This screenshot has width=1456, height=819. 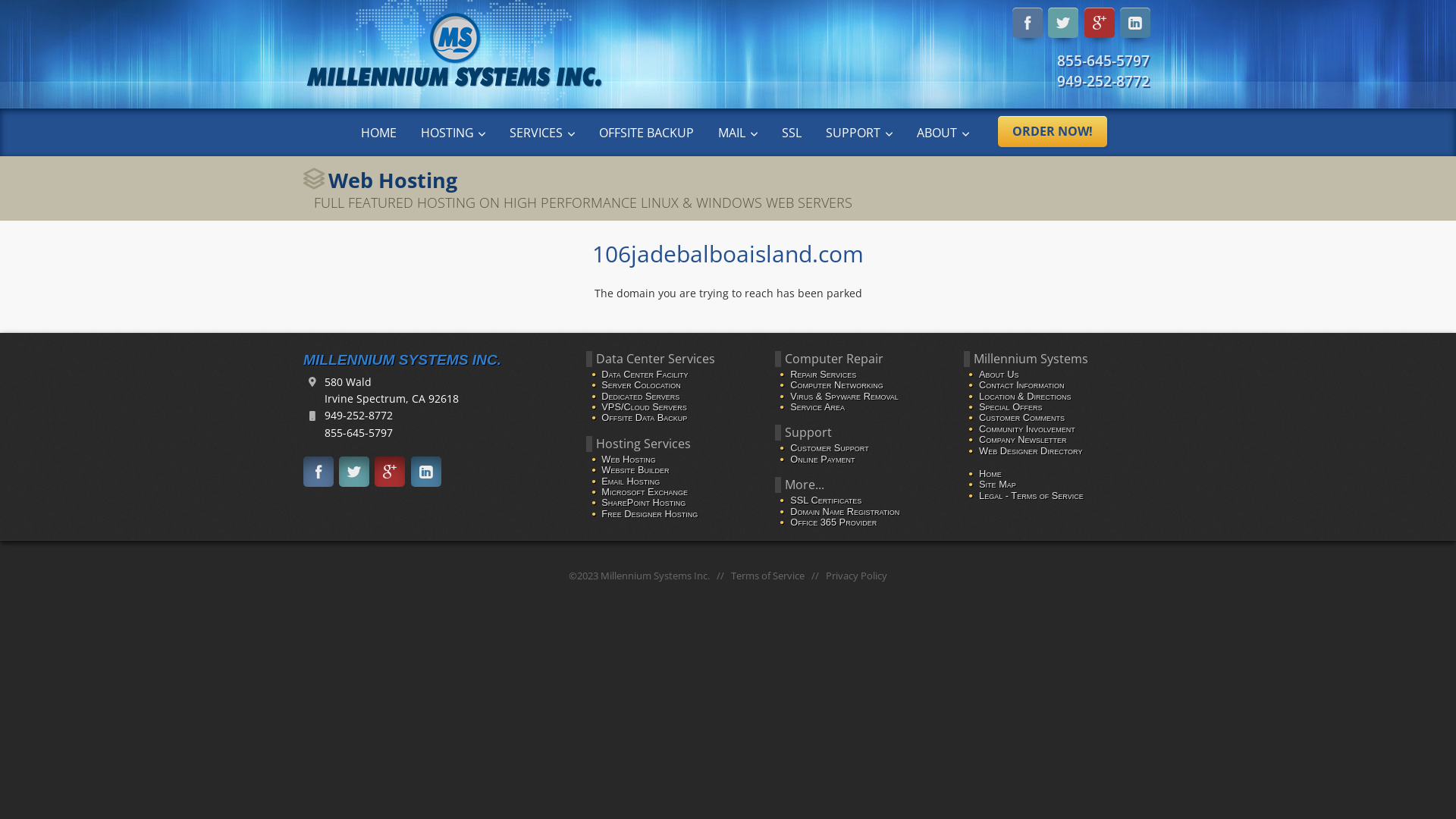 I want to click on 'Domain Name Registration', so click(x=843, y=511).